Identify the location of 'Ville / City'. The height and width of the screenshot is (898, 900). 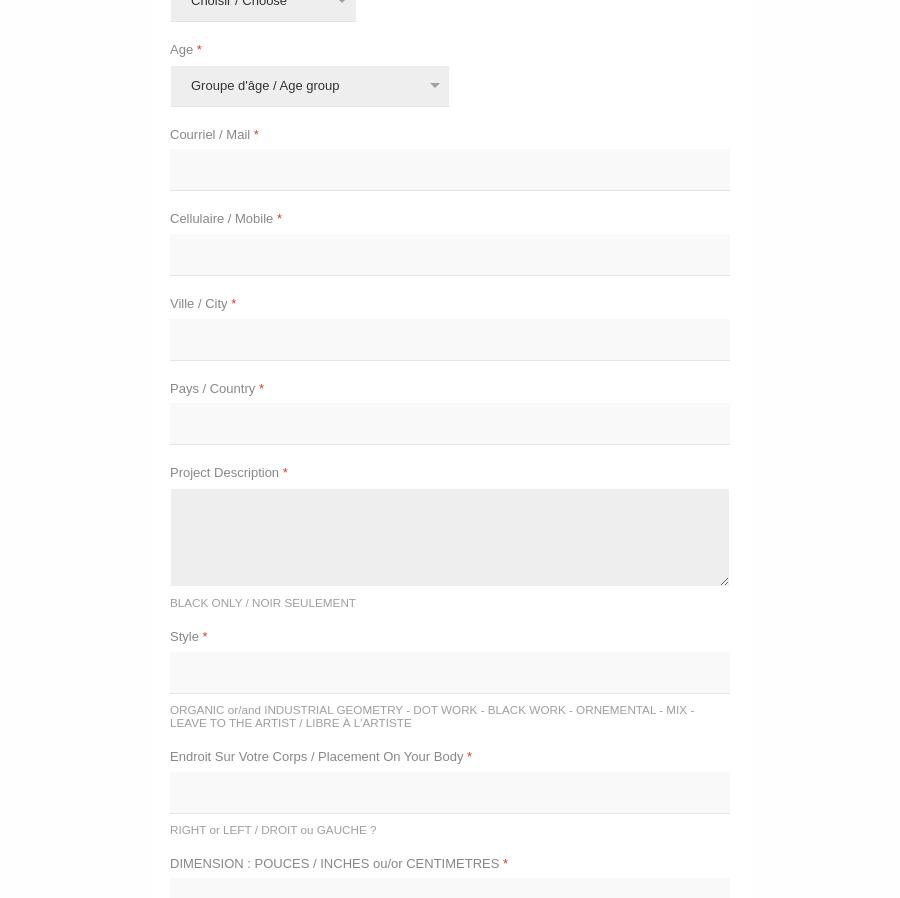
(200, 302).